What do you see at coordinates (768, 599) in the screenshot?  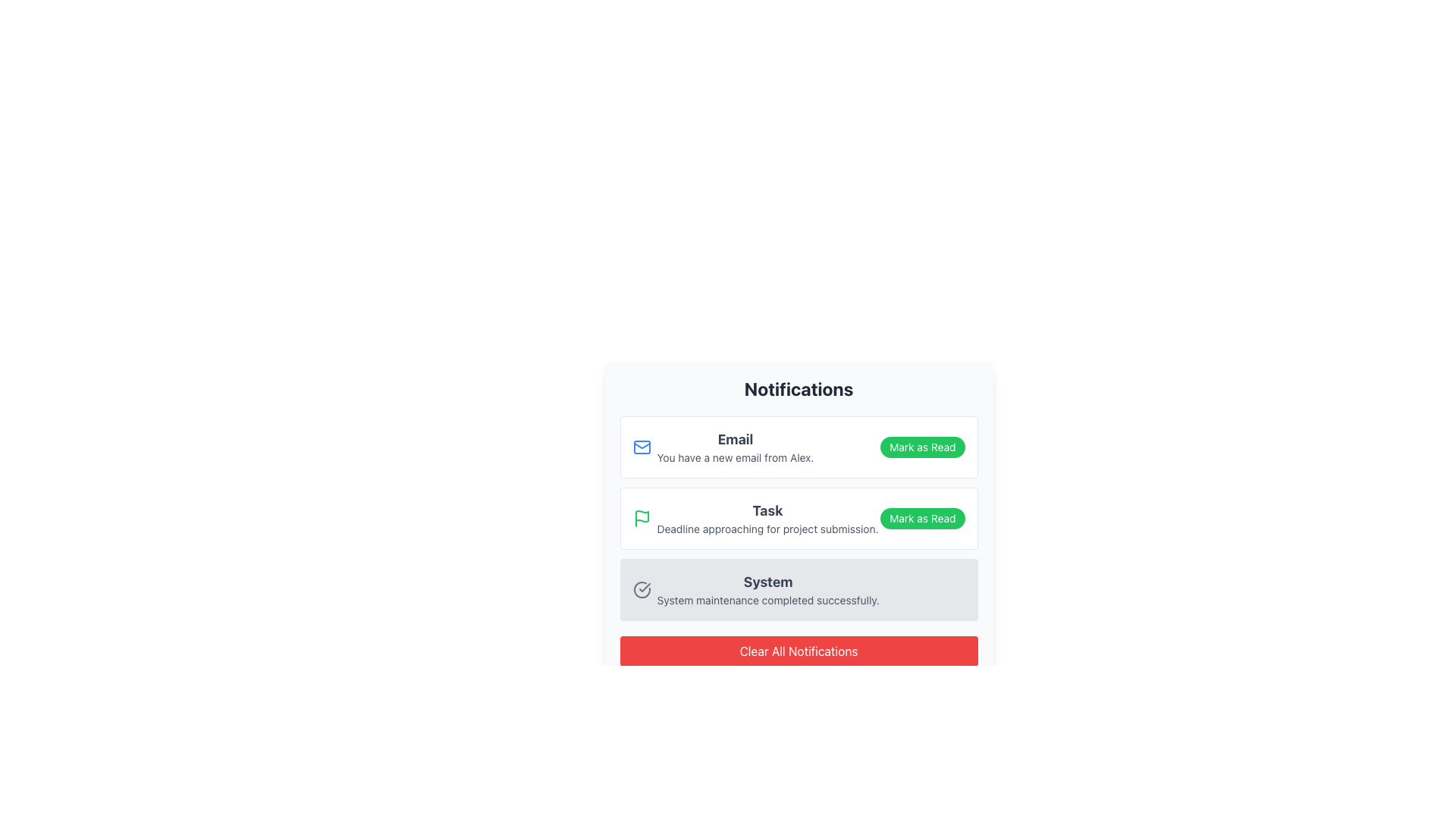 I see `the static text display that shows the message 'System maintenance completed successfully.' located in the third notification card below the title 'System.'` at bounding box center [768, 599].